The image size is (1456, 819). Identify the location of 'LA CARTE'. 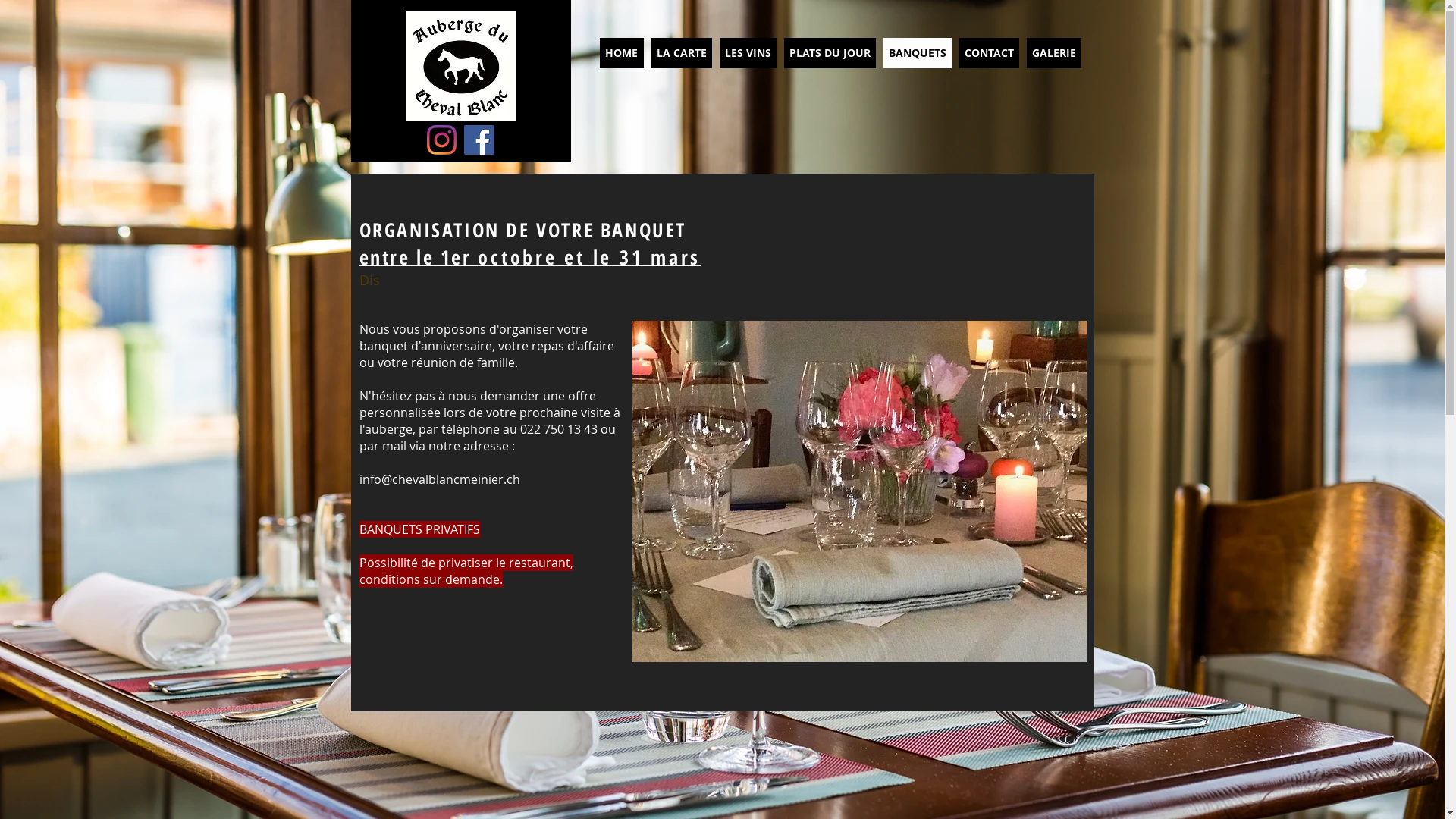
(679, 52).